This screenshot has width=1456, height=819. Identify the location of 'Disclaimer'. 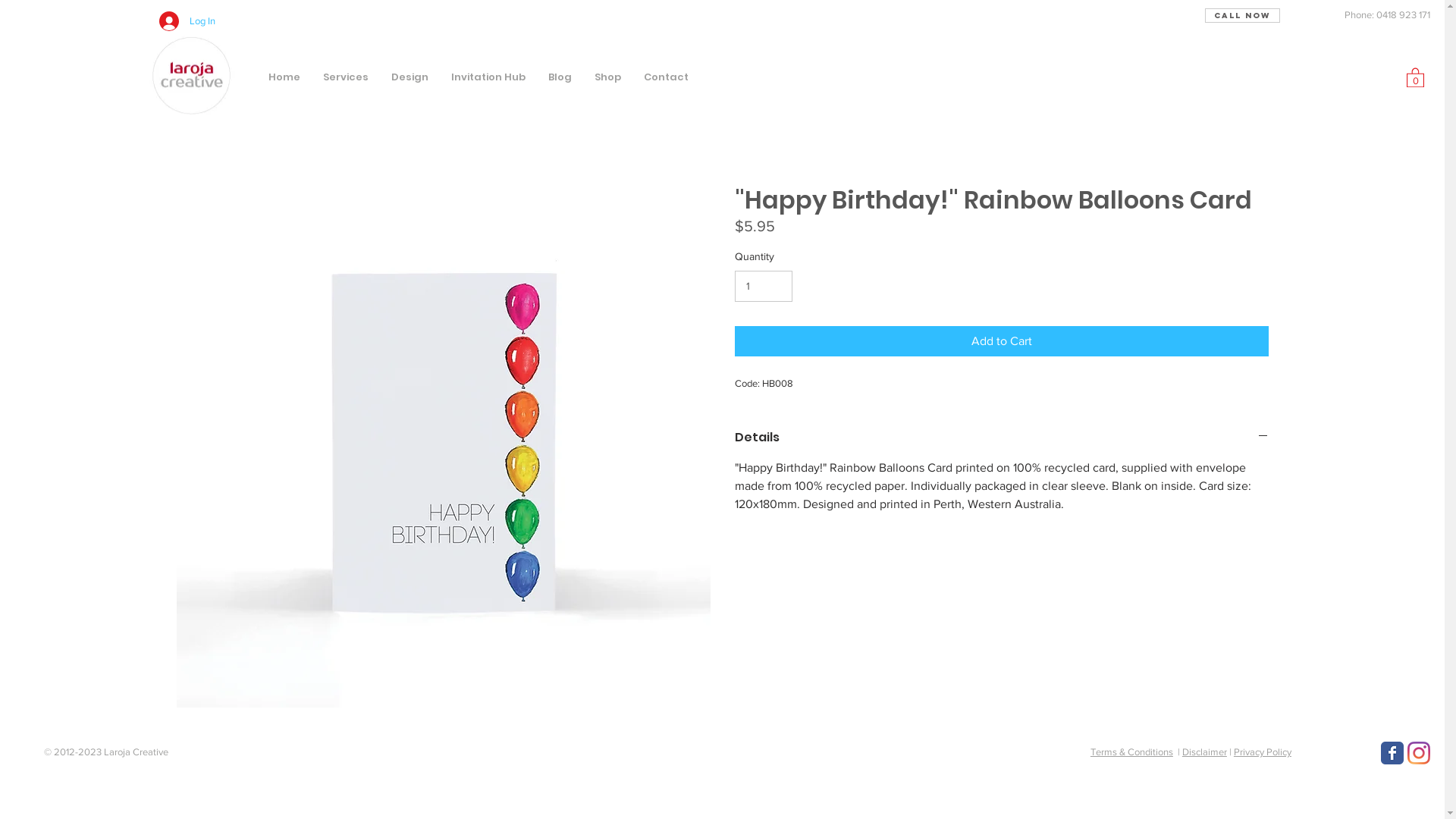
(1203, 752).